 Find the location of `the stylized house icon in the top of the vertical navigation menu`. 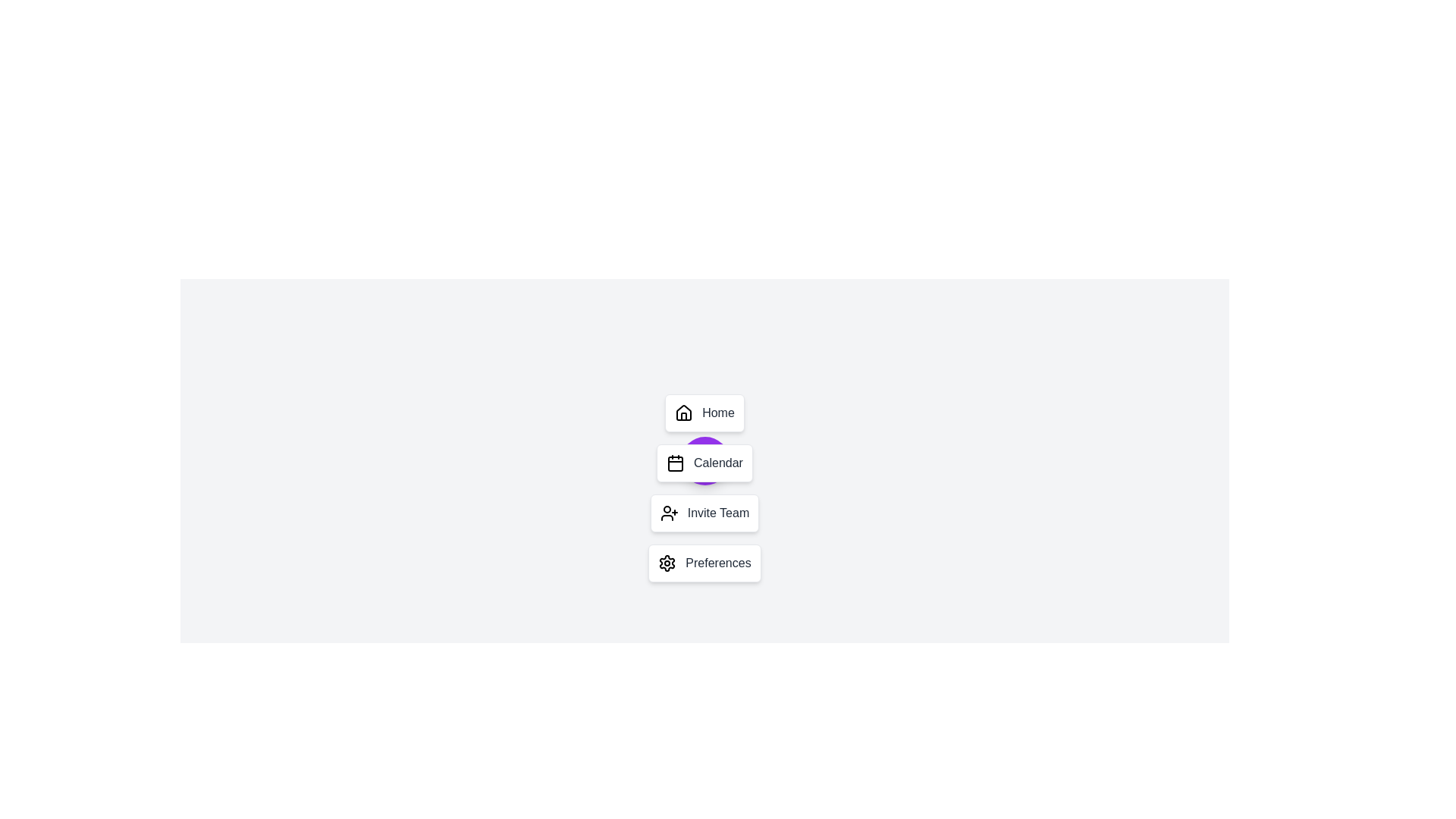

the stylized house icon in the top of the vertical navigation menu is located at coordinates (683, 412).